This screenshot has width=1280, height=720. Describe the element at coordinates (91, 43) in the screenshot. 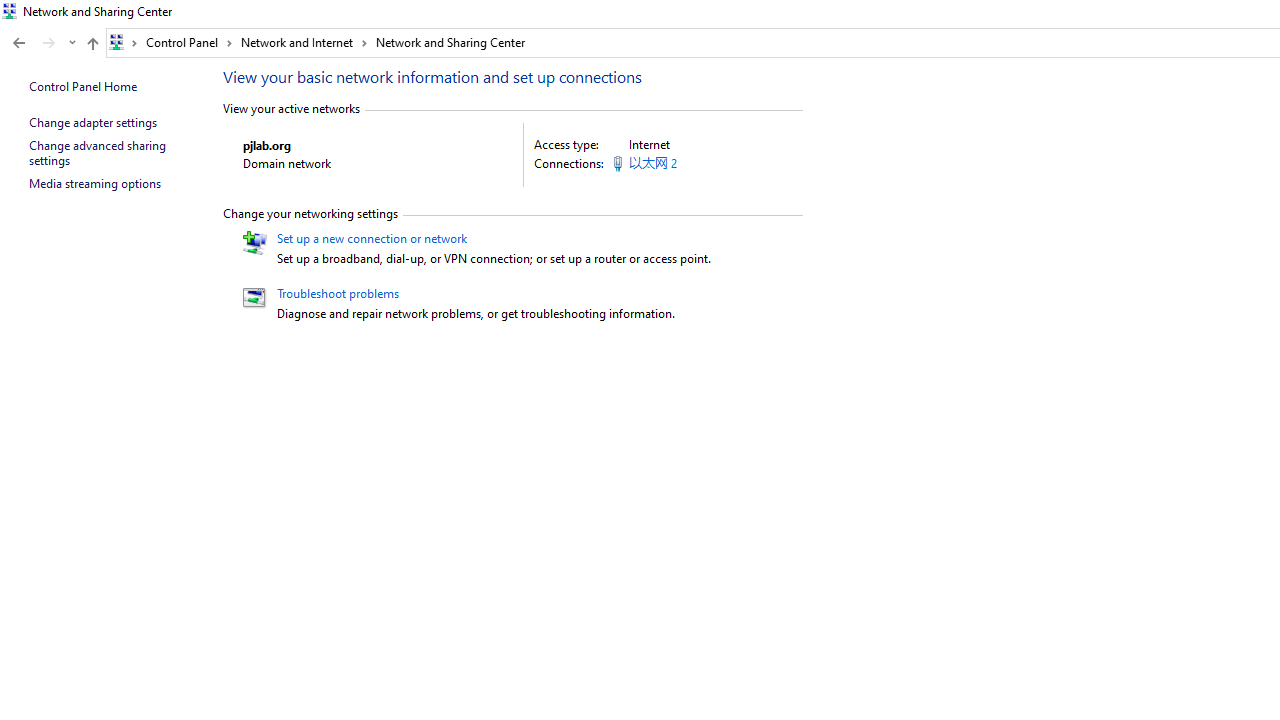

I see `'Up to "Network and Internet" (Alt + Up Arrow)'` at that location.